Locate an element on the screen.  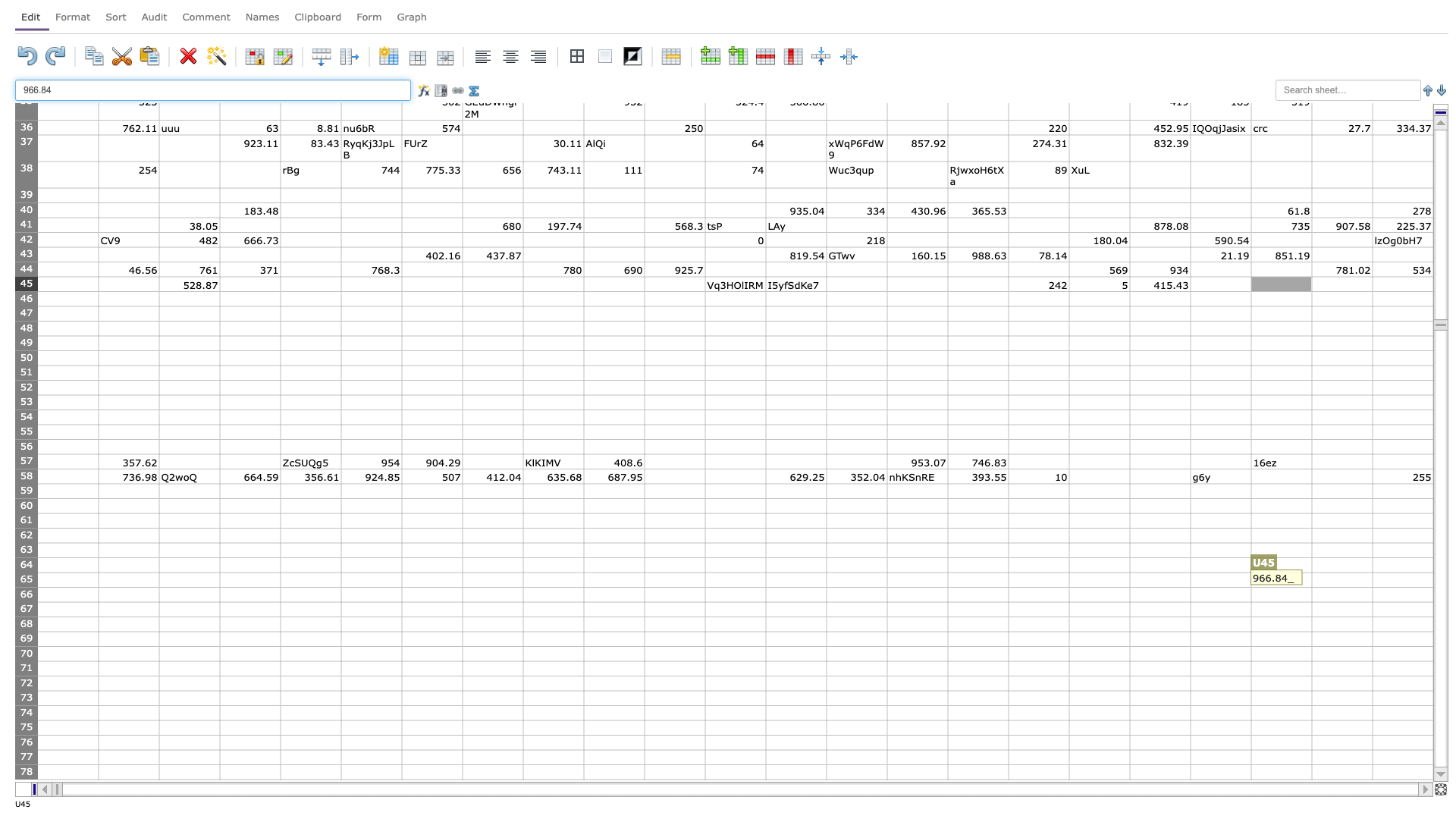
fill handle of V65 is located at coordinates (1372, 586).